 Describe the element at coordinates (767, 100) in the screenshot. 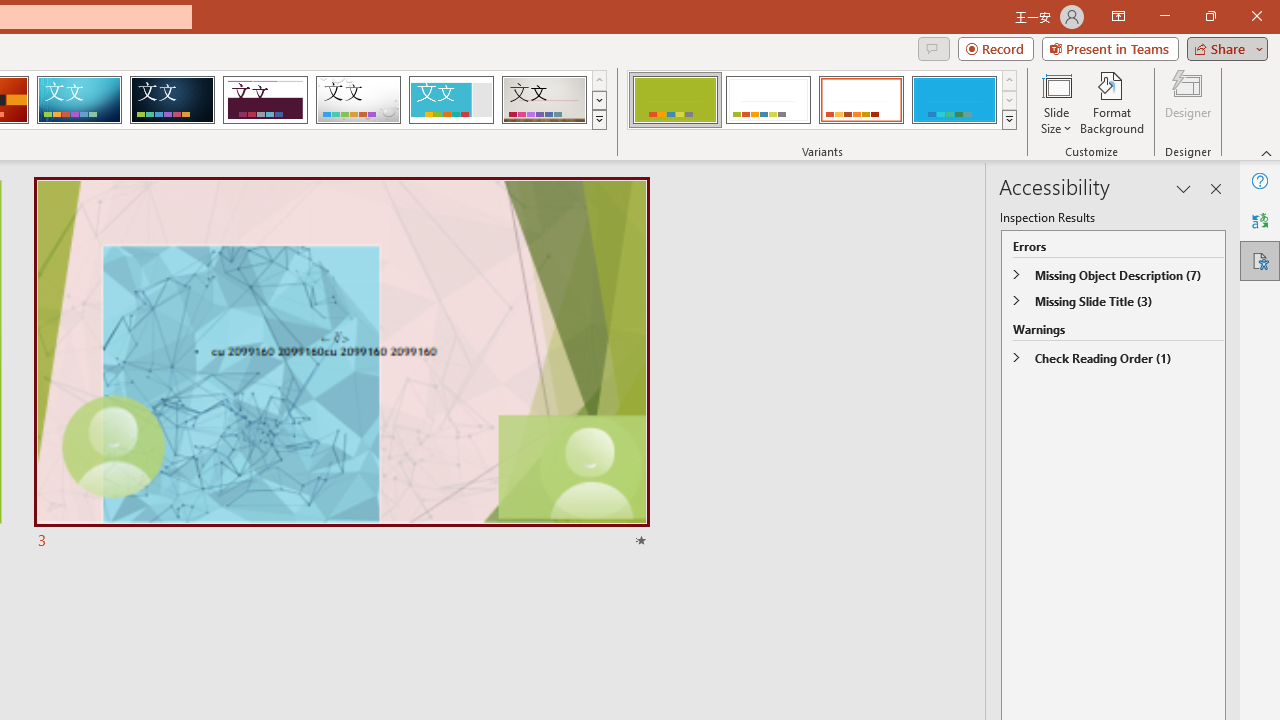

I see `'Basis Variant 2'` at that location.